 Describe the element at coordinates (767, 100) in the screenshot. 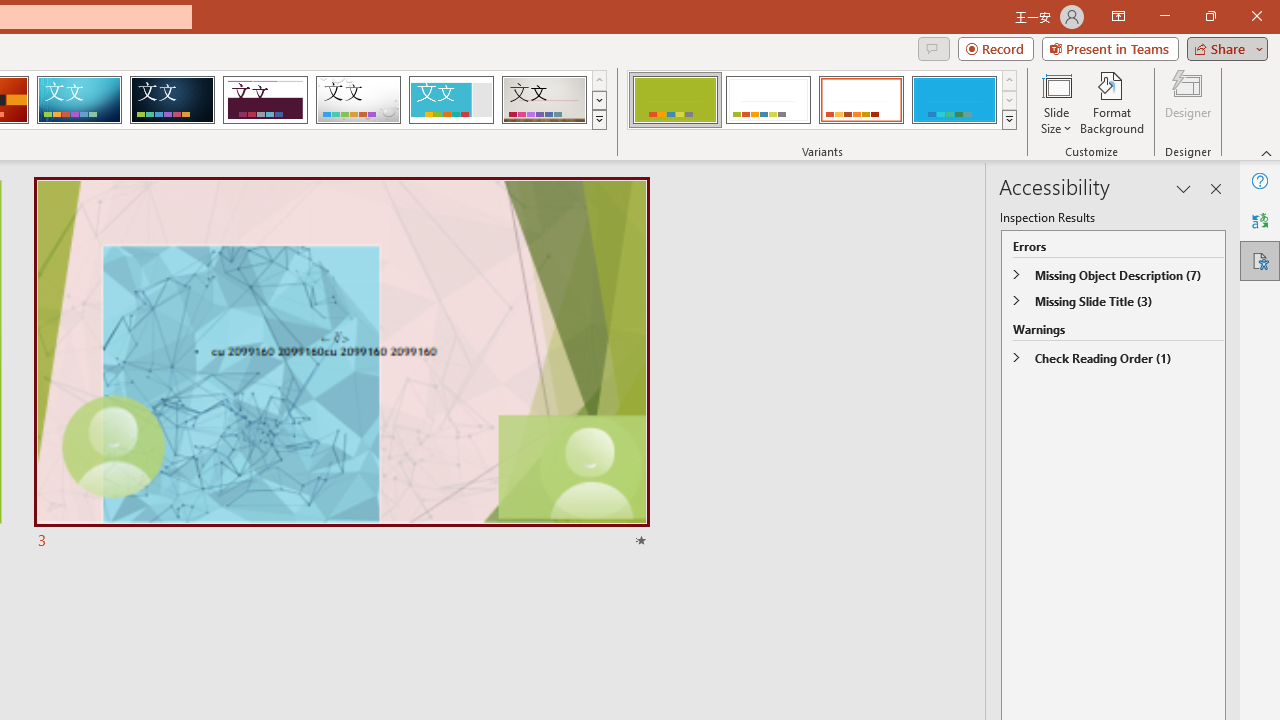

I see `'Basis Variant 2'` at that location.